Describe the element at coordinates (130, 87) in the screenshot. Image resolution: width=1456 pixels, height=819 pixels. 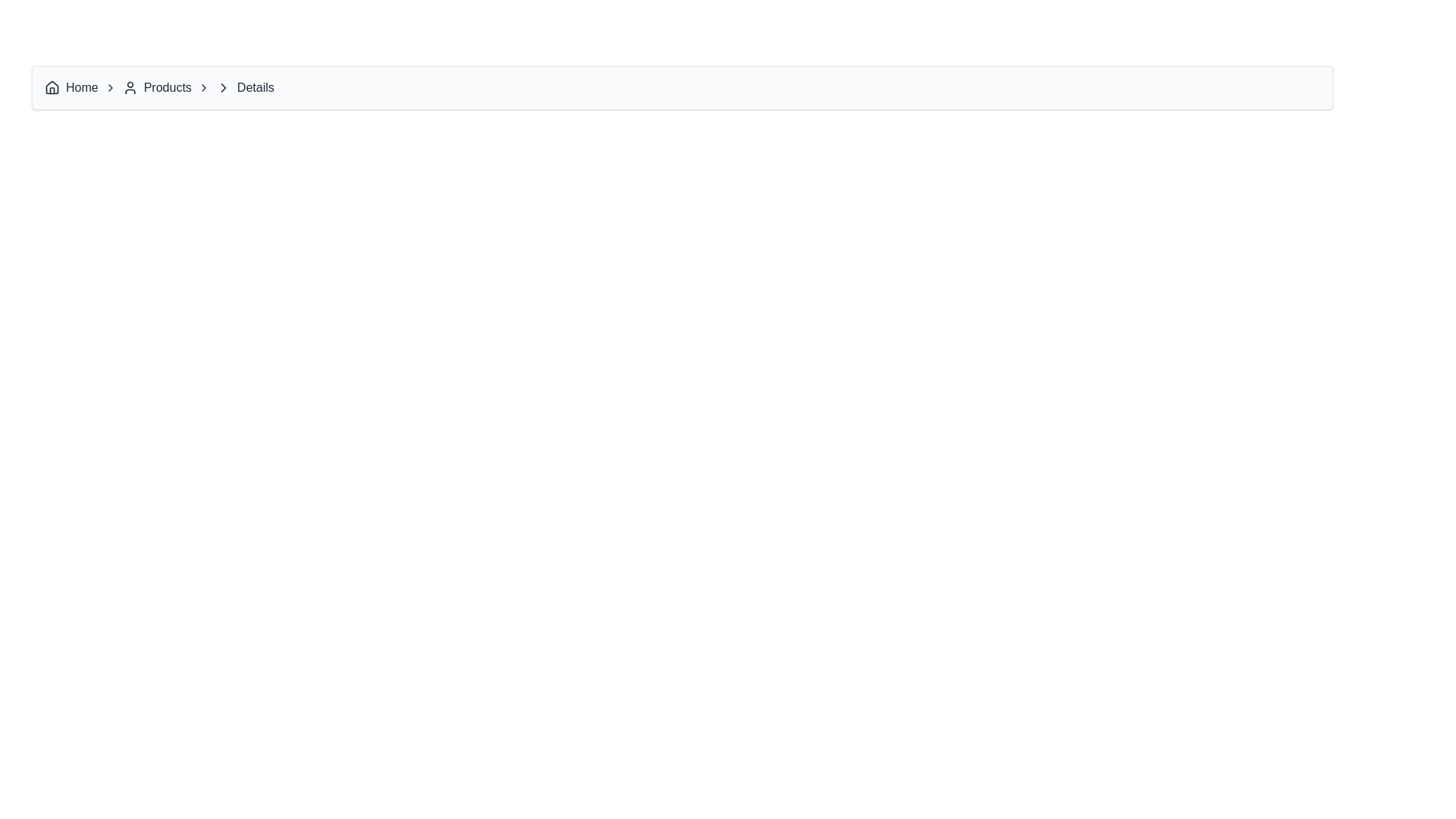
I see `the design of the SVG icon representing a user or profile, located to the left of the 'Products' link in the breadcrumb navigation bar` at that location.